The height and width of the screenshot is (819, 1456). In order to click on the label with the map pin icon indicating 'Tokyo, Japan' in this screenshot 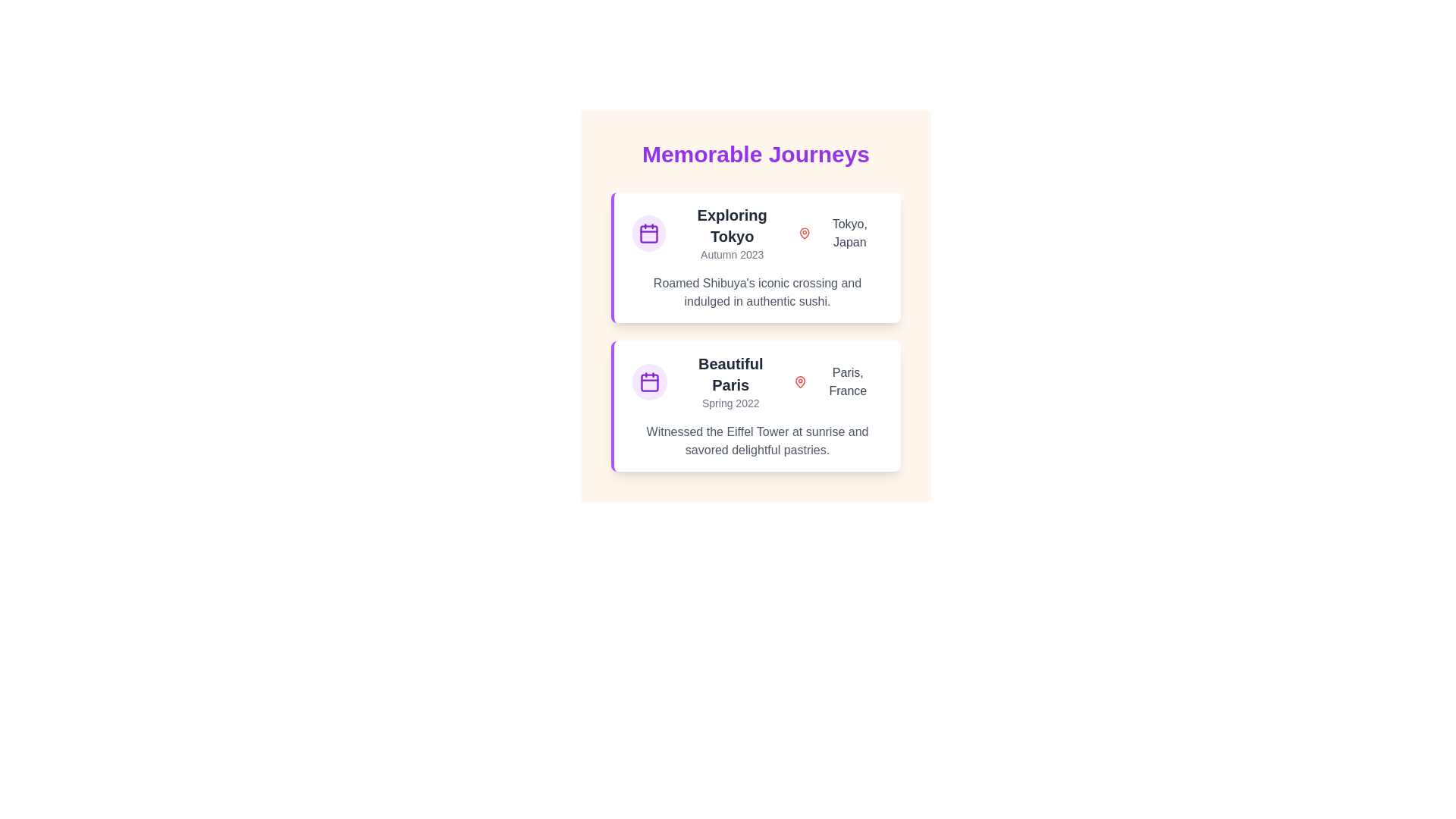, I will do `click(839, 234)`.